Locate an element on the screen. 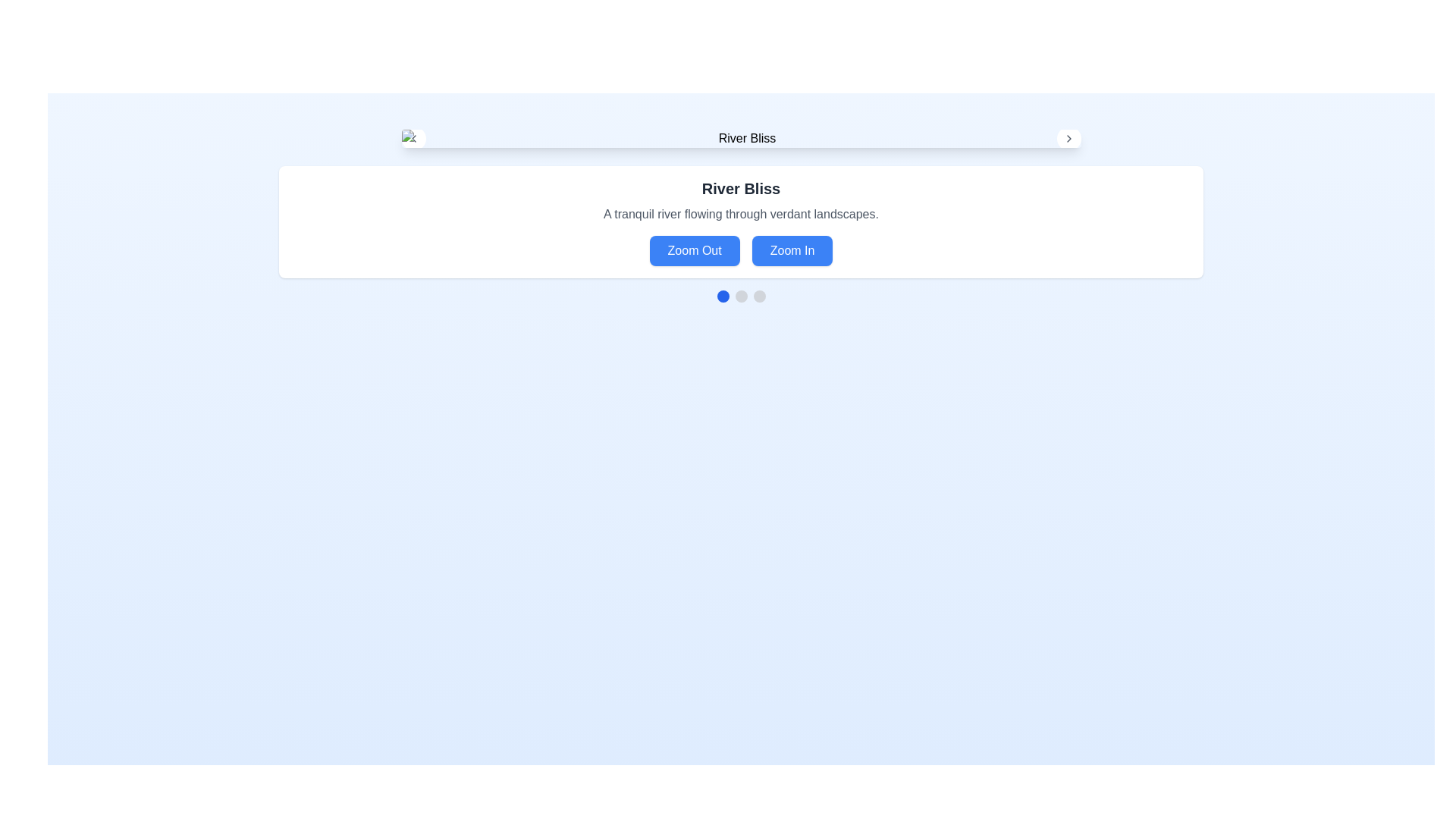 Image resolution: width=1456 pixels, height=819 pixels. the third circular navigation indicator with a light gray background located below the 'River Bliss' section is located at coordinates (759, 296).